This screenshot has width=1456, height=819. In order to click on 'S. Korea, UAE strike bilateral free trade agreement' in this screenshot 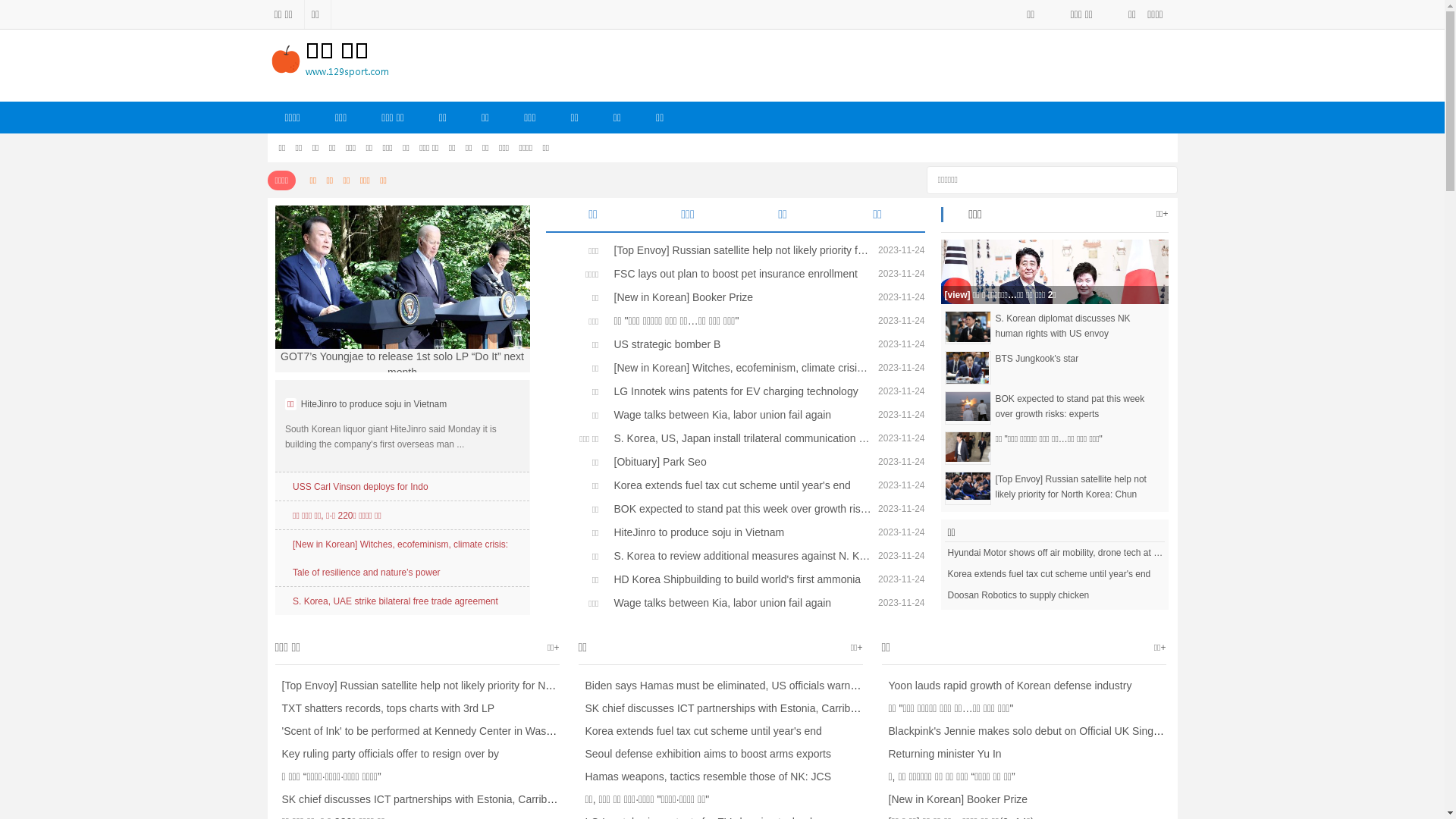, I will do `click(395, 601)`.